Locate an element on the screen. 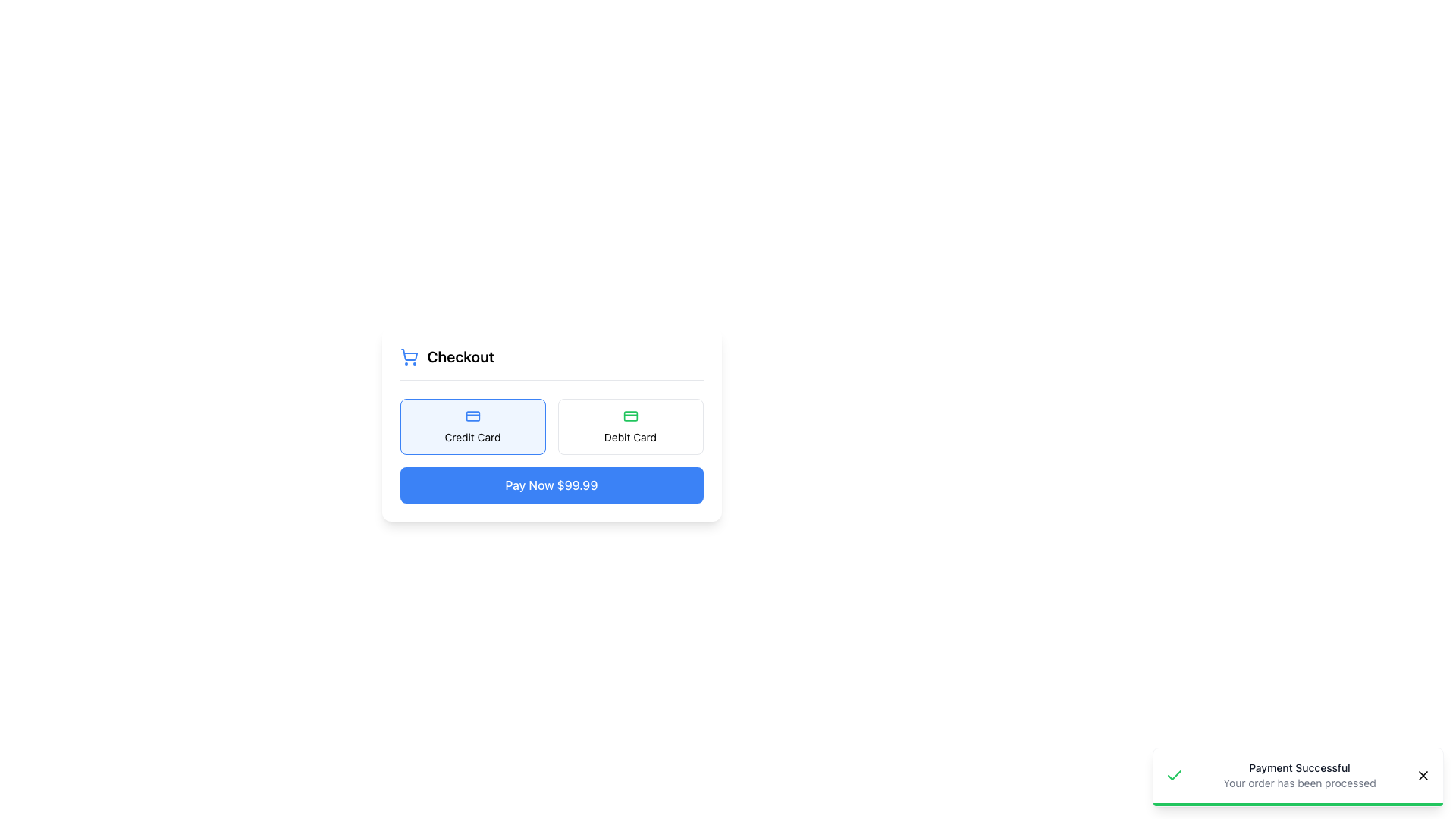  the credit card icon, which is a blue rectangular shape with a horizontal line near the top, located above the text 'Credit Card' within the payment methods button is located at coordinates (472, 416).